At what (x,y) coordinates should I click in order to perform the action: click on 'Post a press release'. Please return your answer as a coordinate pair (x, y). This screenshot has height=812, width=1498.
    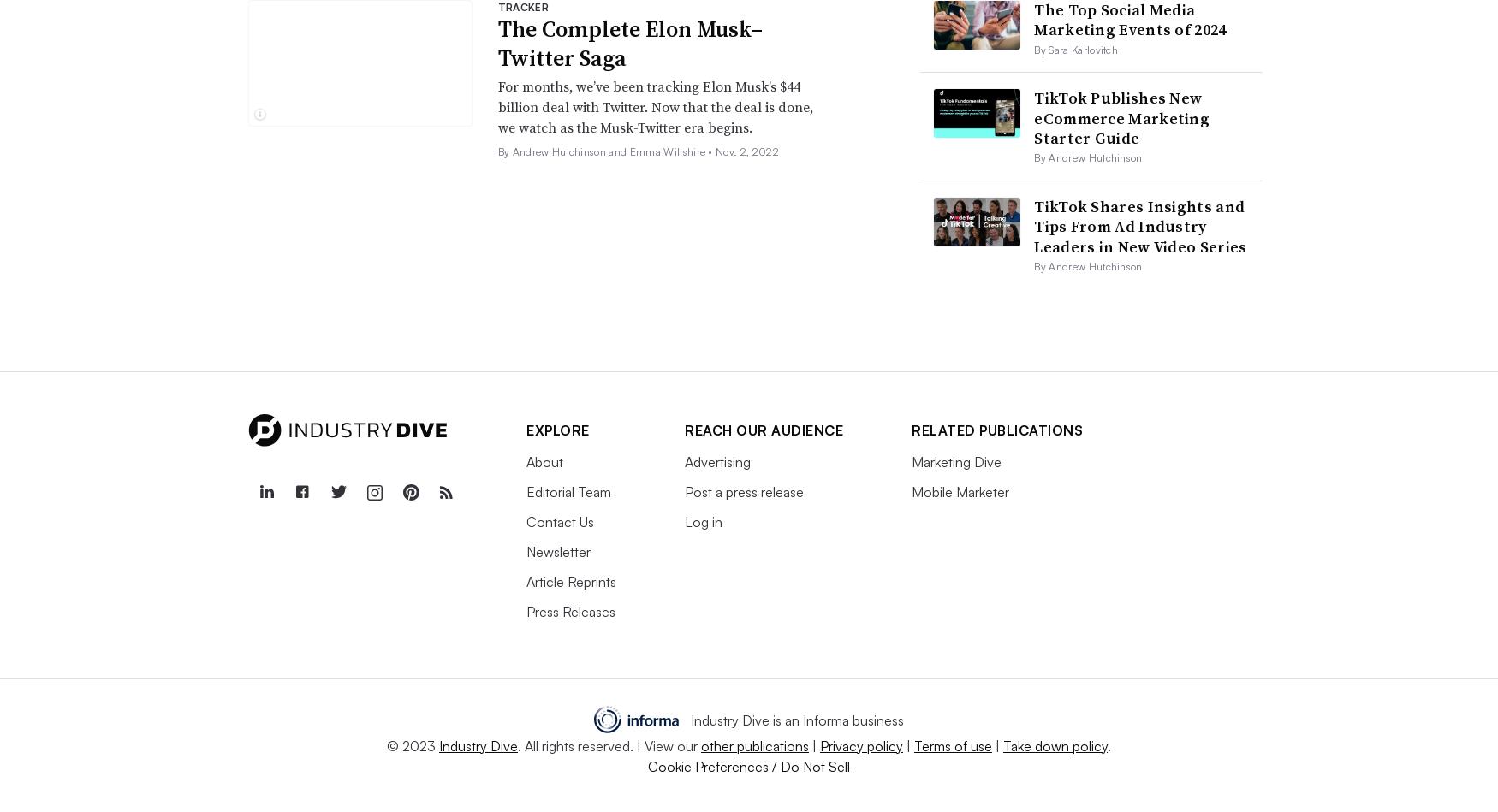
    Looking at the image, I should click on (744, 489).